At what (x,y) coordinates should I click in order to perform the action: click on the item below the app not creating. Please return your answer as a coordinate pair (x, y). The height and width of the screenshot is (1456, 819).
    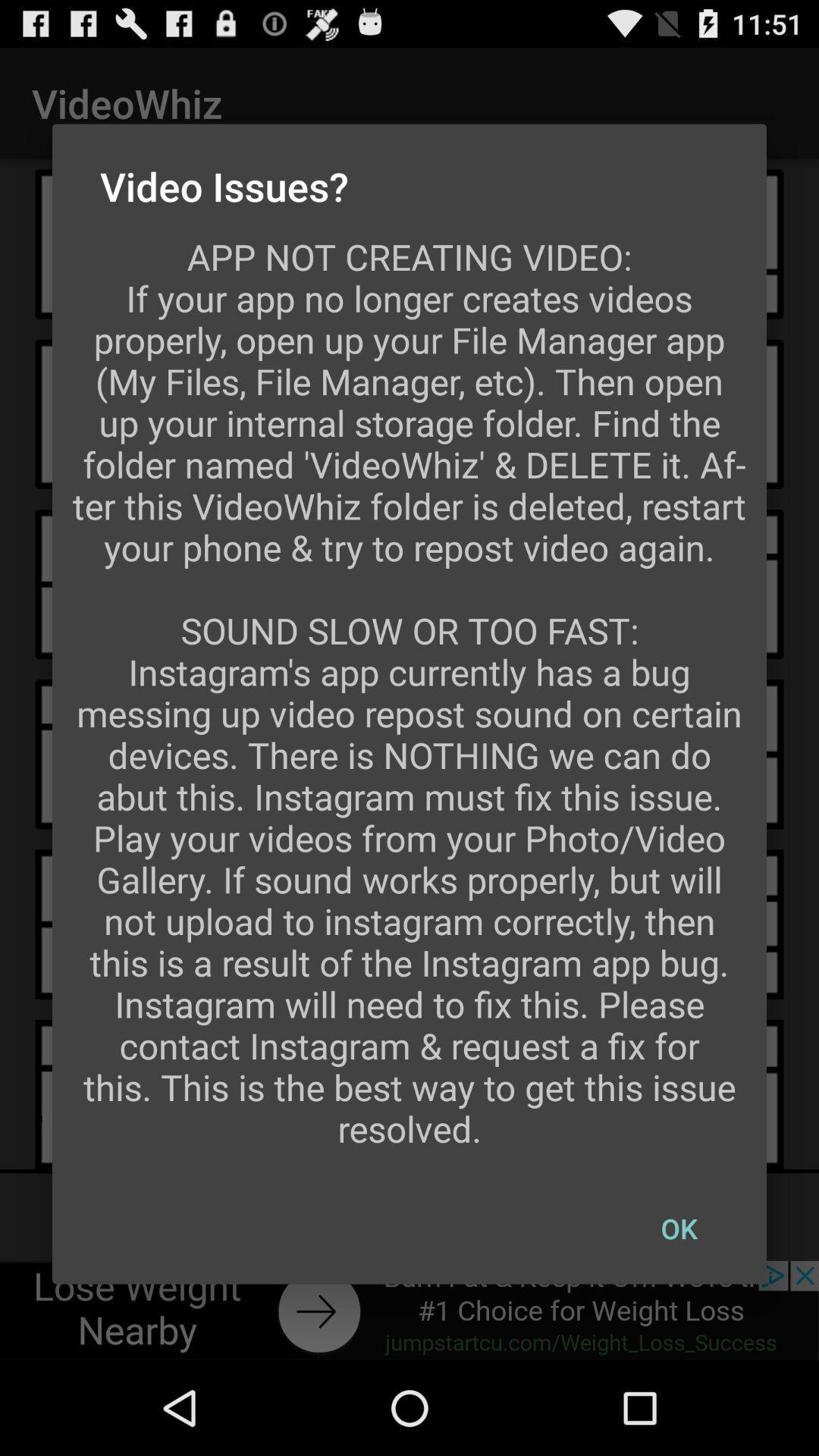
    Looking at the image, I should click on (678, 1228).